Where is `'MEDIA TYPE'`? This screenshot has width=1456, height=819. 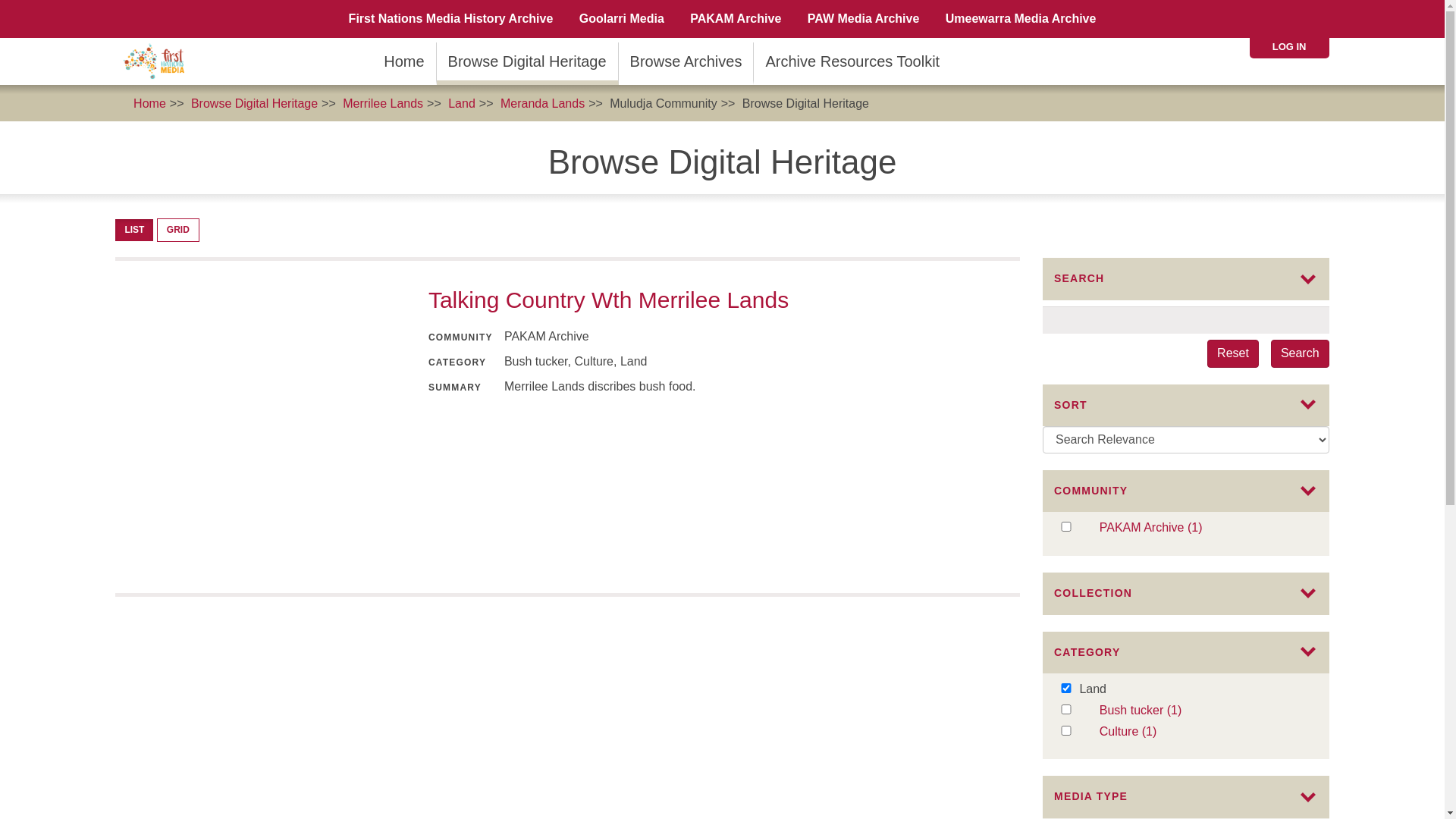
'MEDIA TYPE' is located at coordinates (1185, 795).